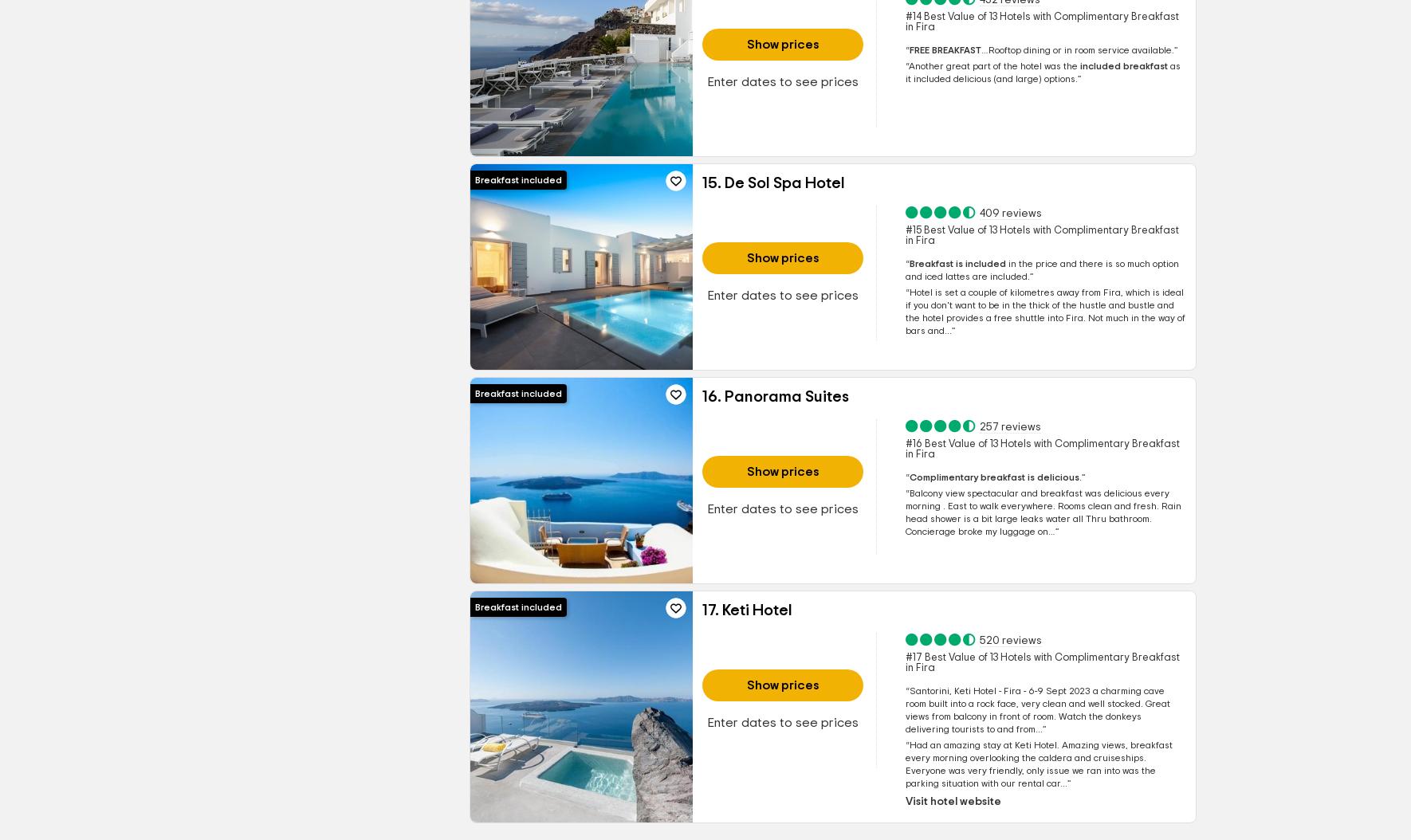  What do you see at coordinates (1041, 71) in the screenshot?
I see `'as it included'` at bounding box center [1041, 71].